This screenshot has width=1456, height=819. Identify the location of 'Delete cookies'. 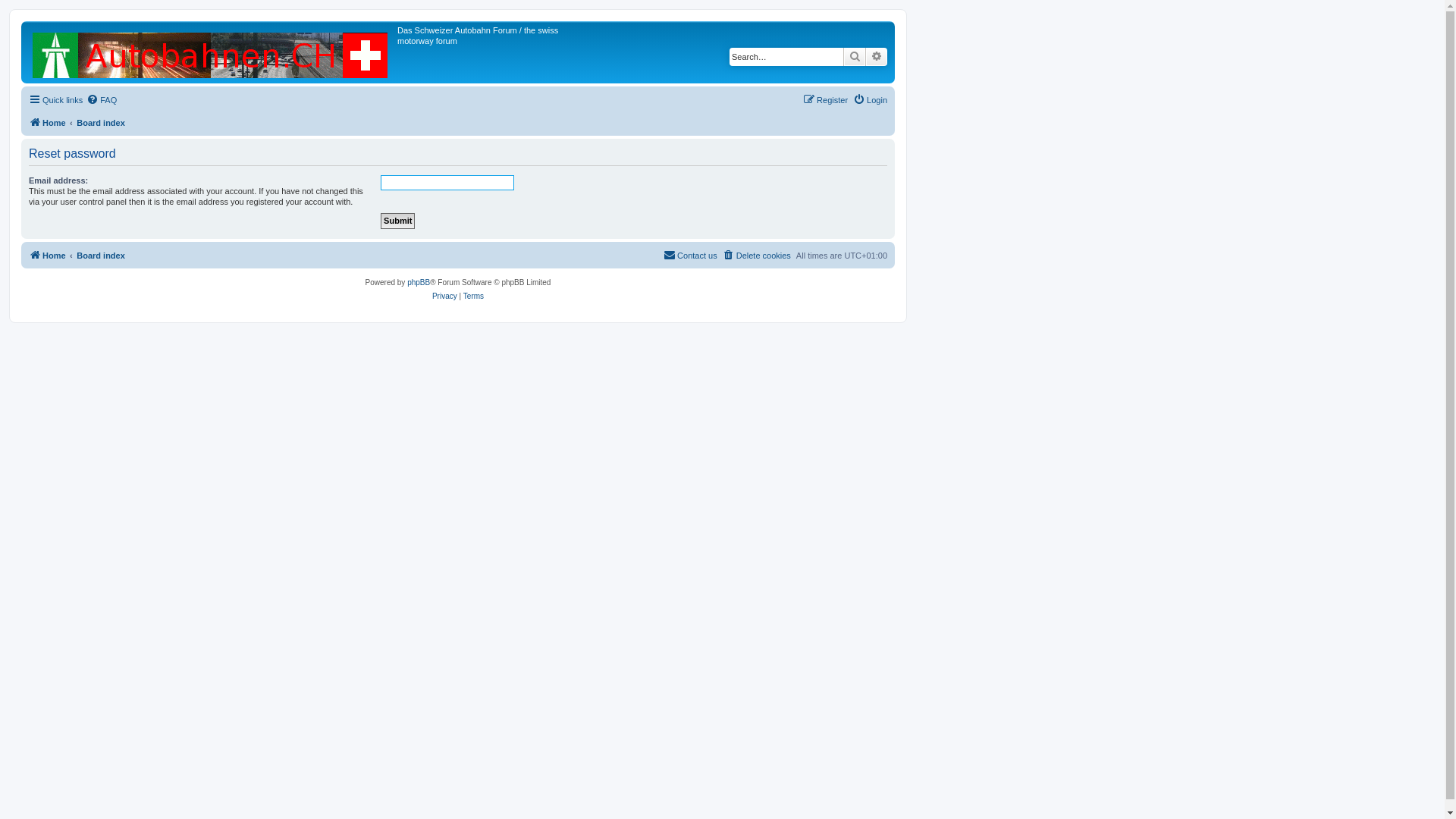
(757, 254).